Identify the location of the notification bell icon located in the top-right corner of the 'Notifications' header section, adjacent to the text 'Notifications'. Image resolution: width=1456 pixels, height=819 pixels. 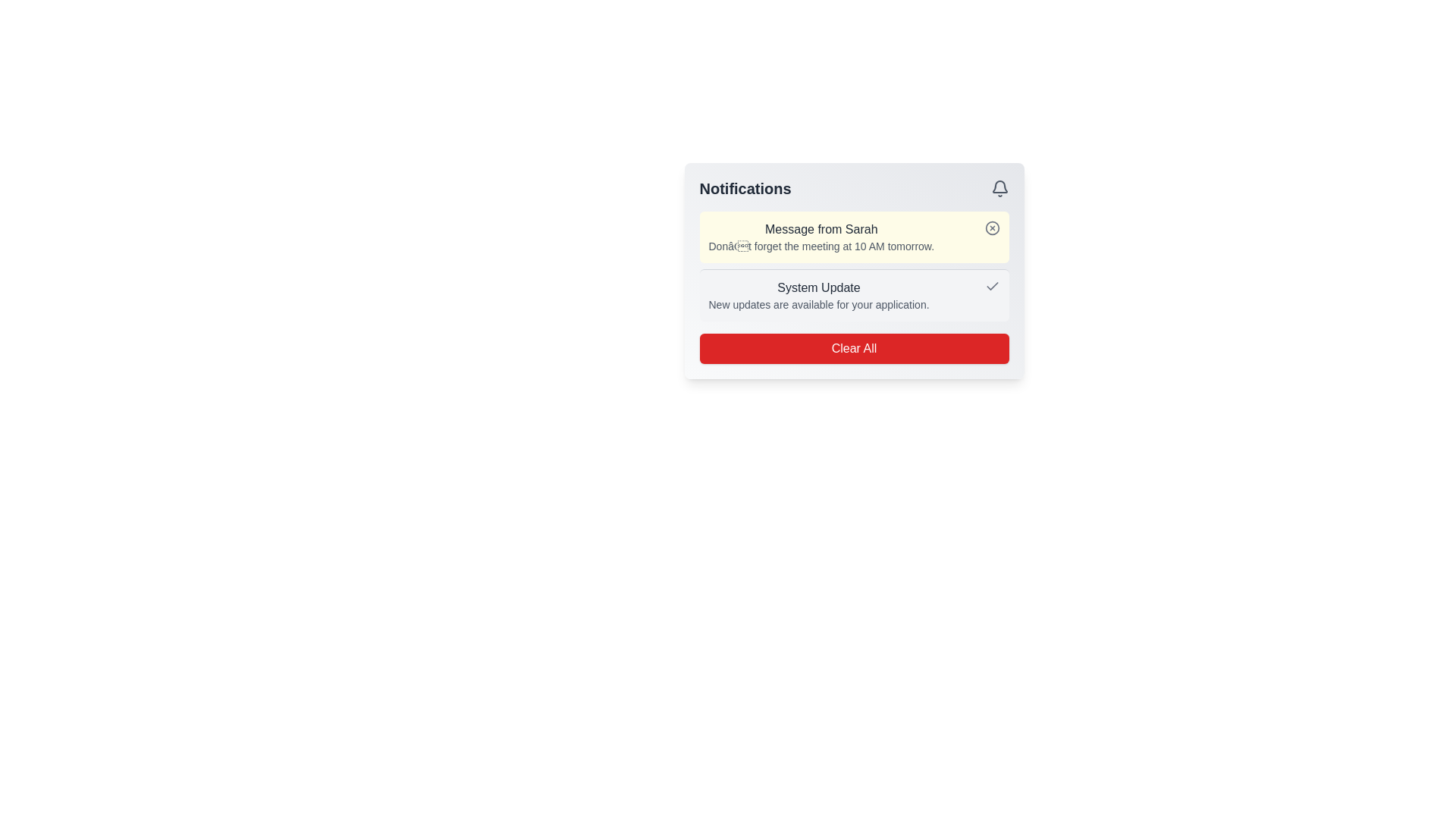
(999, 188).